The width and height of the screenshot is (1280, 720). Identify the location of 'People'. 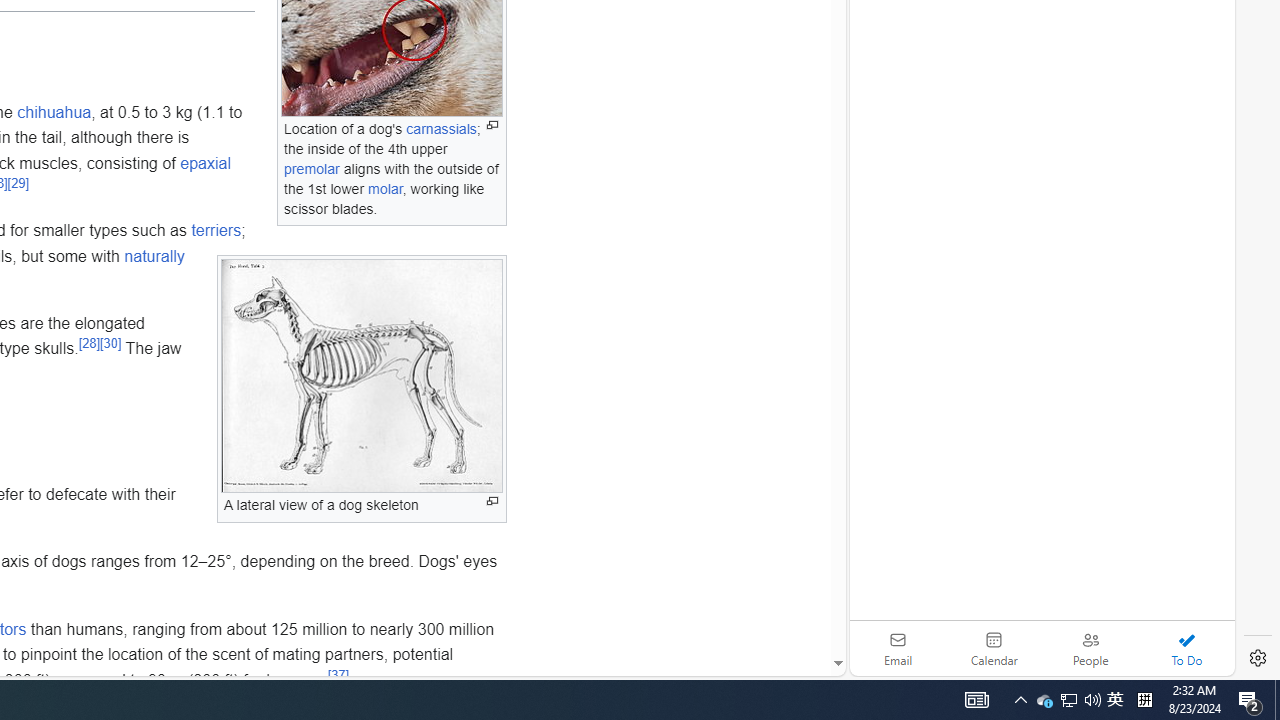
(1089, 648).